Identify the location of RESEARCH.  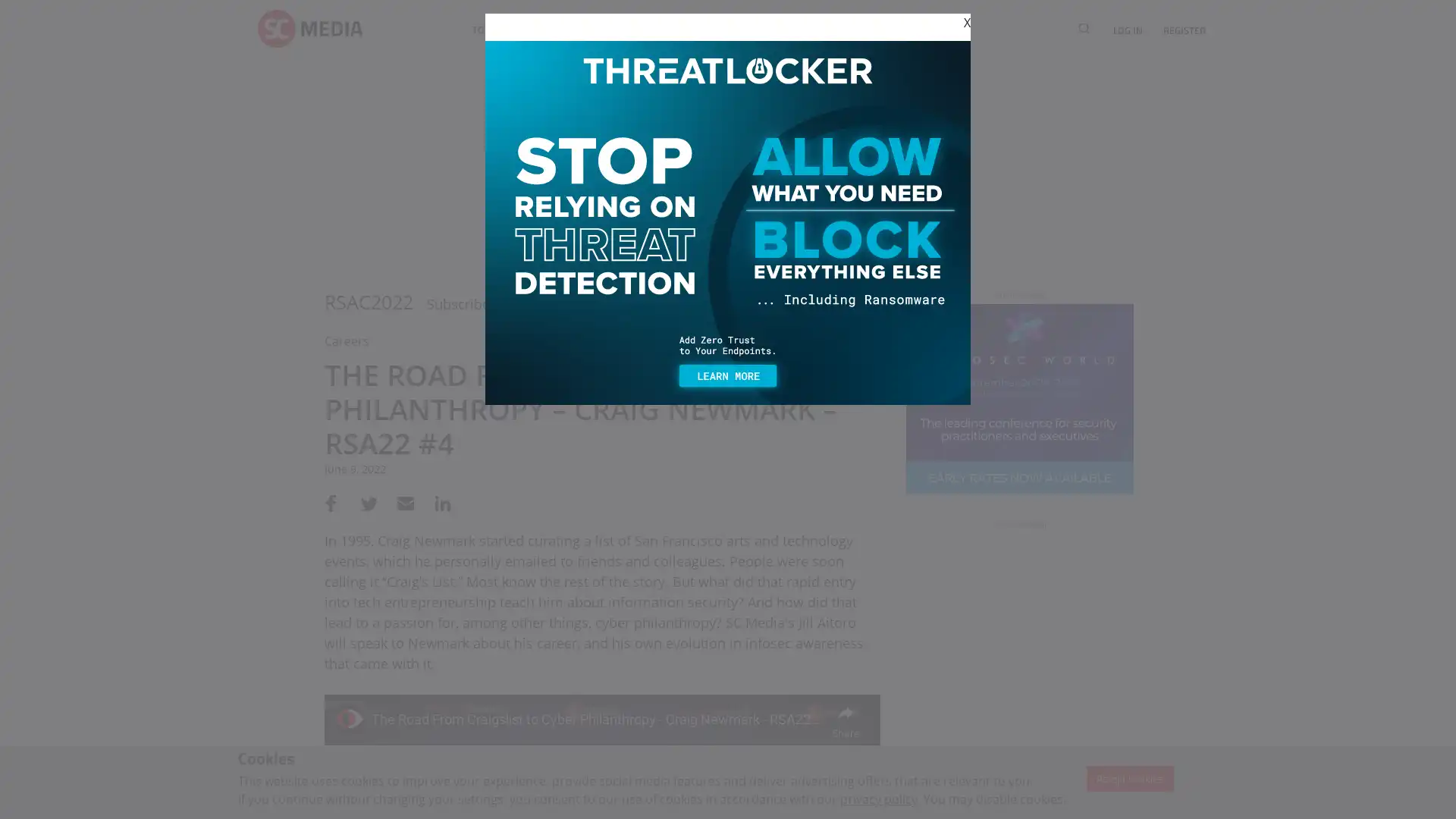
(757, 30).